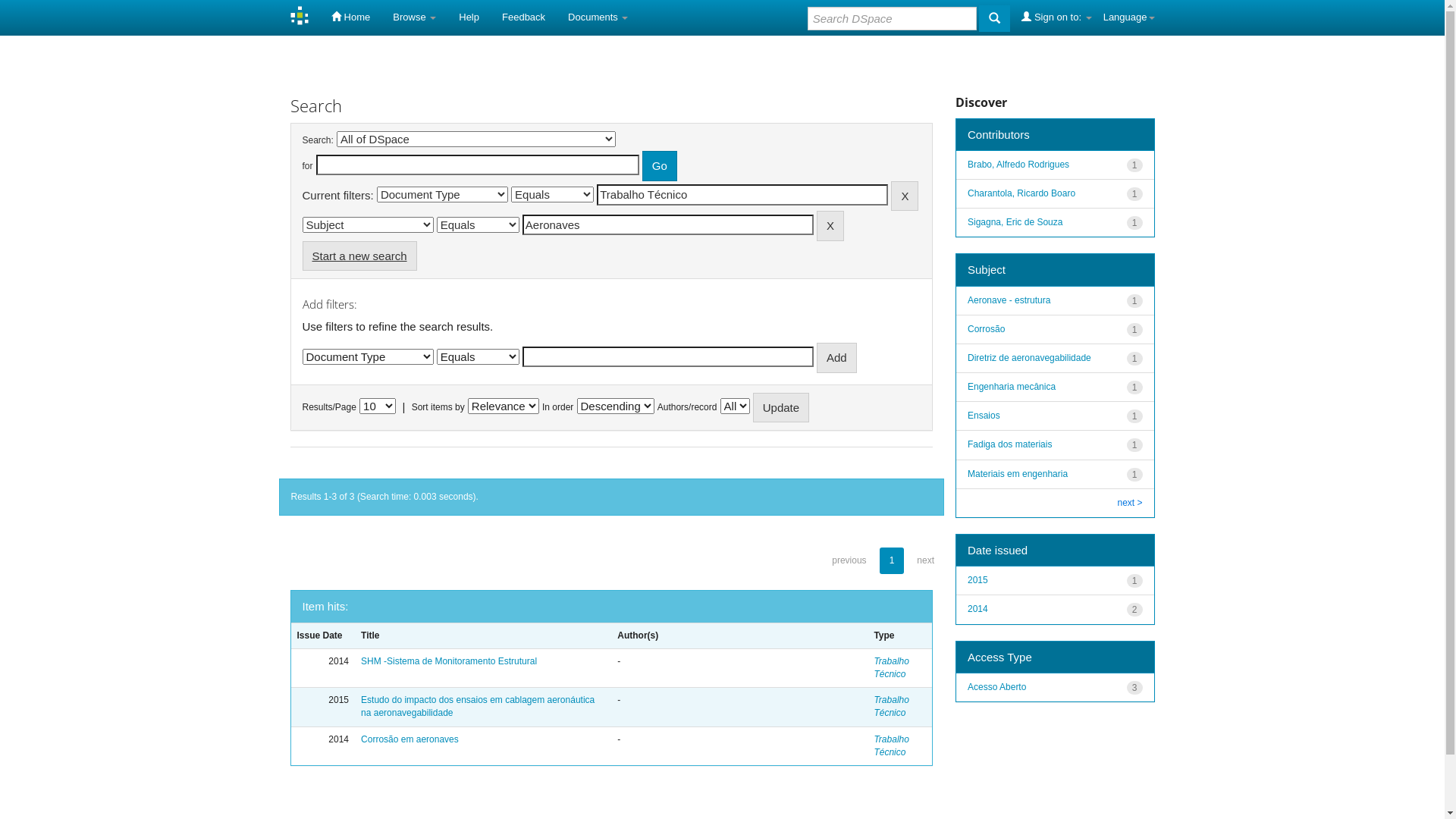 This screenshot has width=1456, height=819. What do you see at coordinates (1018, 472) in the screenshot?
I see `'Materiais em engenharia'` at bounding box center [1018, 472].